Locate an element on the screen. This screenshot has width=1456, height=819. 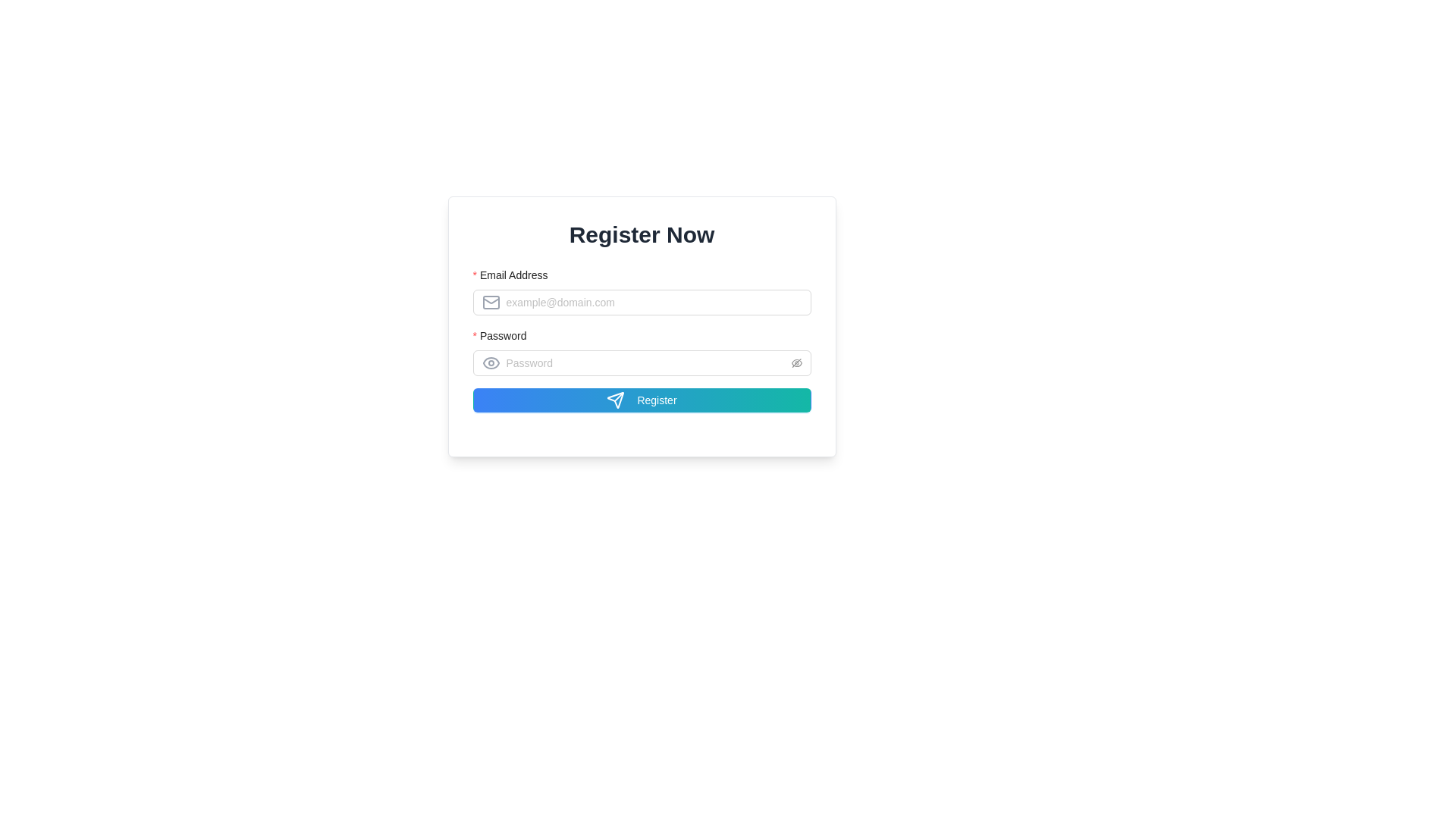
the decorative icon located to the left of the 'Email Address' text input field in the registration form is located at coordinates (491, 302).